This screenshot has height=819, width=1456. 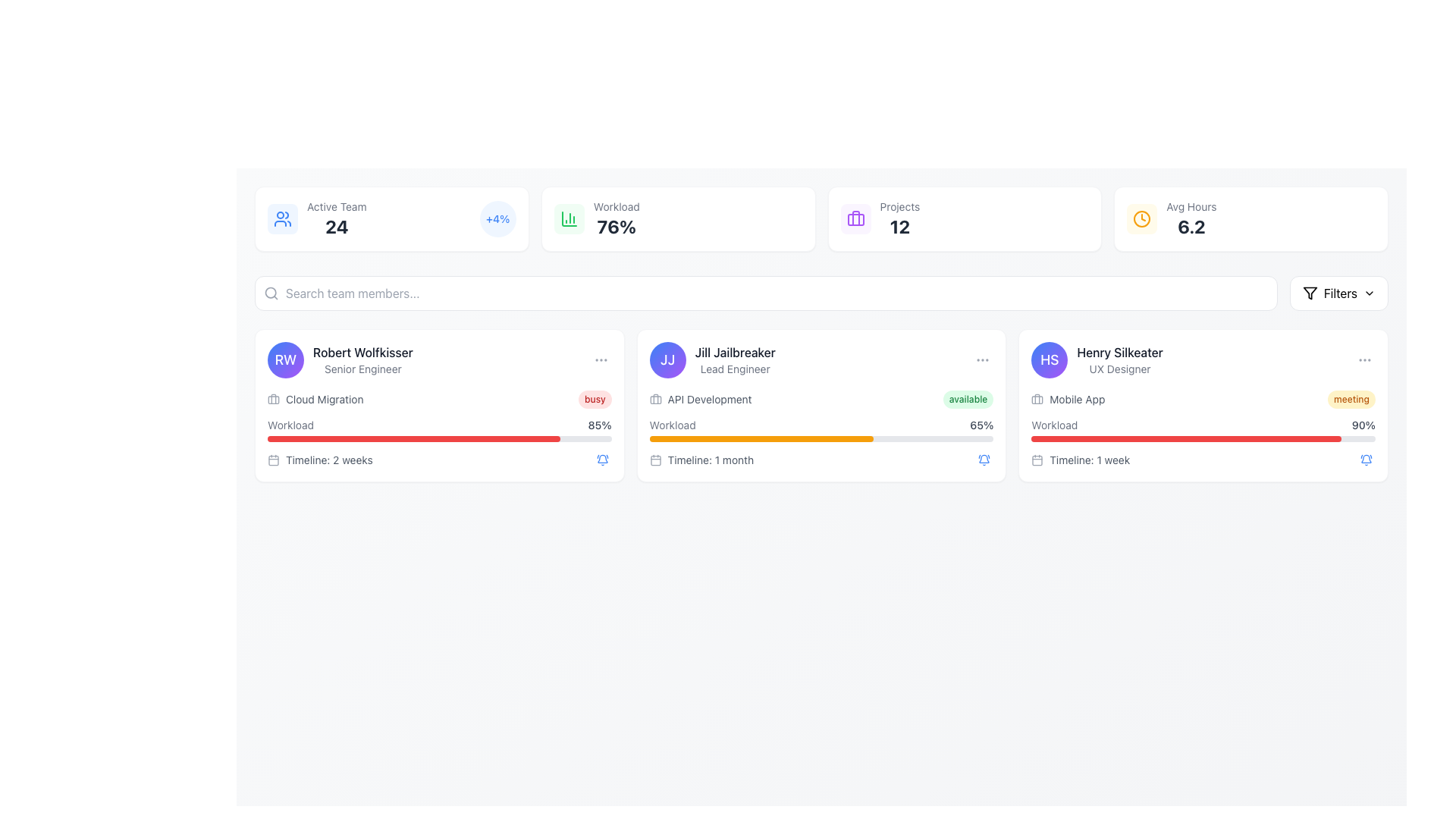 I want to click on the filled section of the progress bar in the 'Workload' section of the card labeled 'Jill Jailbreaker', which is represented by an amber-colored rectangular bar with rounded edges, indicating 65% progress, so click(x=761, y=438).